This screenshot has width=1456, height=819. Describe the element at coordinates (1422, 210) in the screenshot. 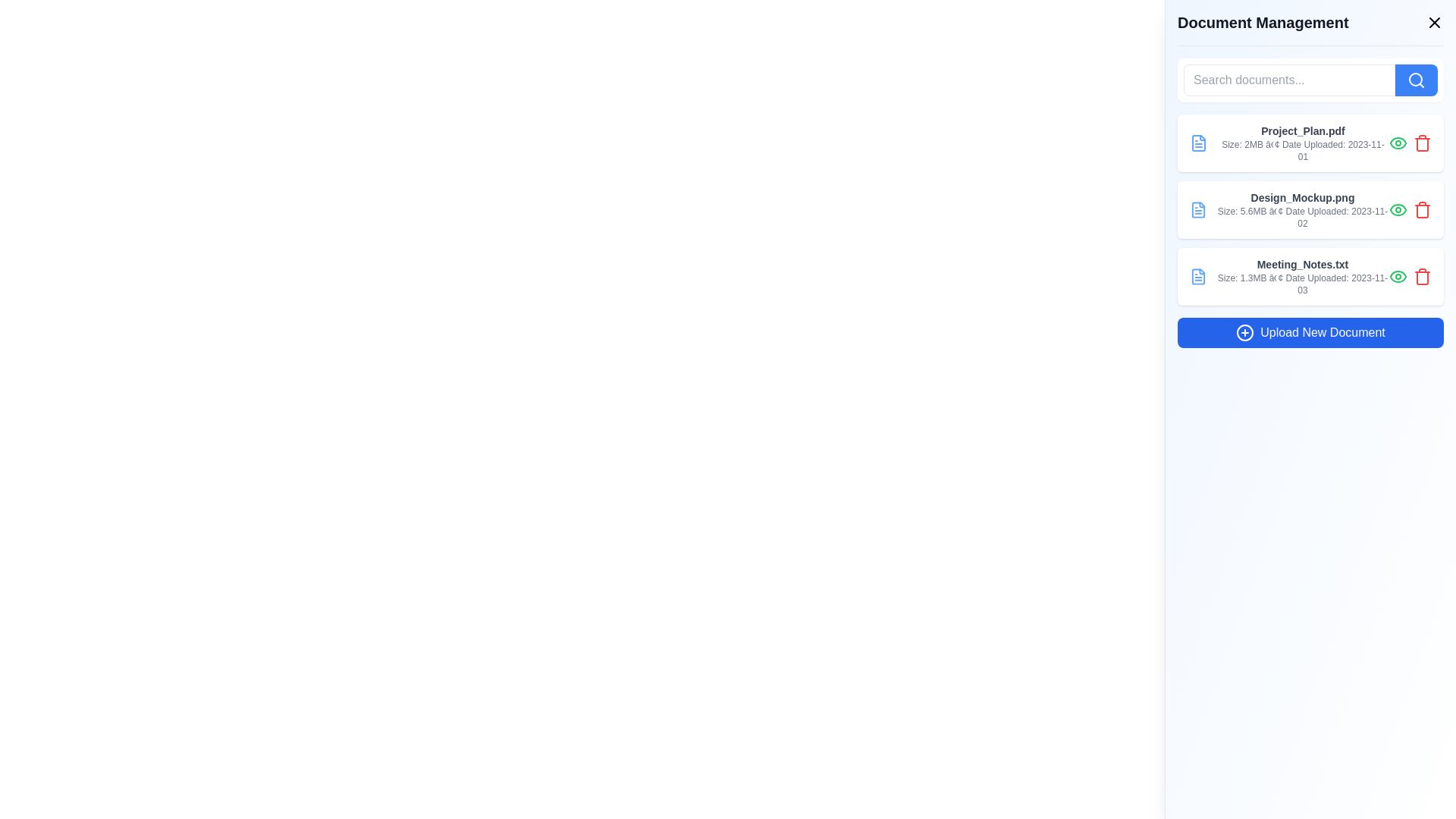

I see `the delete icon button associated with the document labeled 'Design_Mockup.png', which is positioned to the right of the green 'view' icon` at that location.